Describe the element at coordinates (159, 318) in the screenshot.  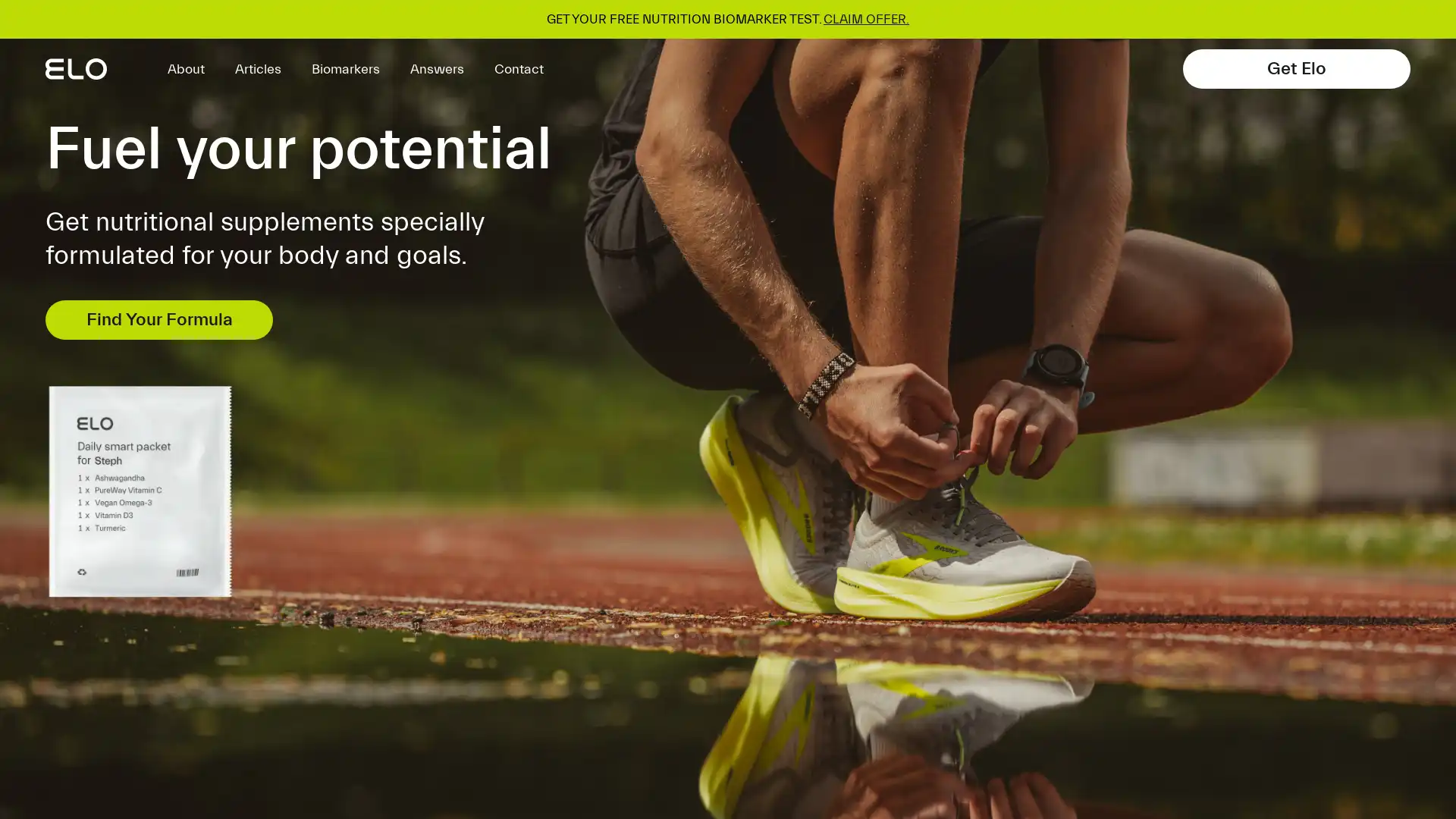
I see `Find Your Formula` at that location.